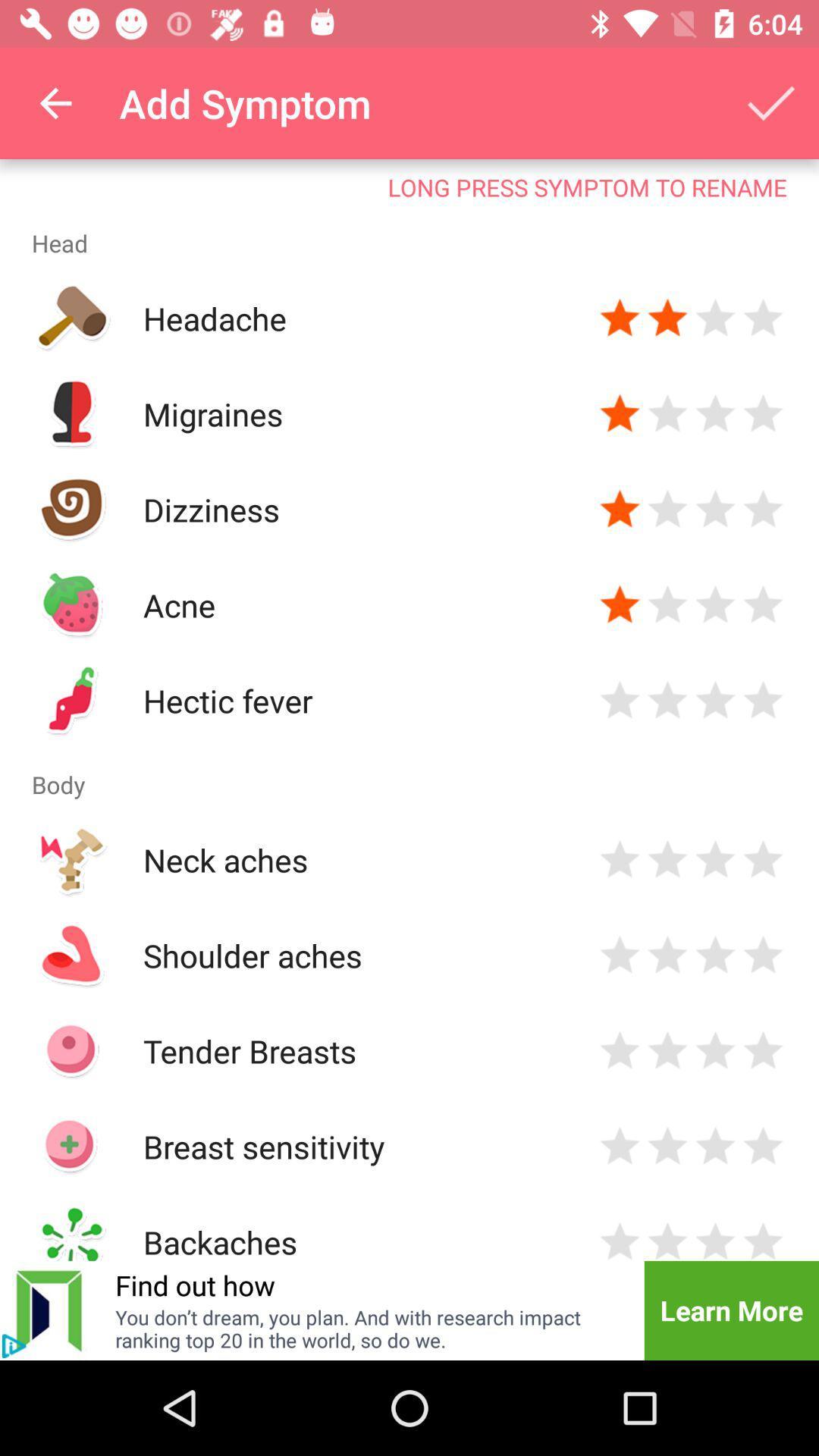  Describe the element at coordinates (763, 414) in the screenshot. I see `four stars` at that location.